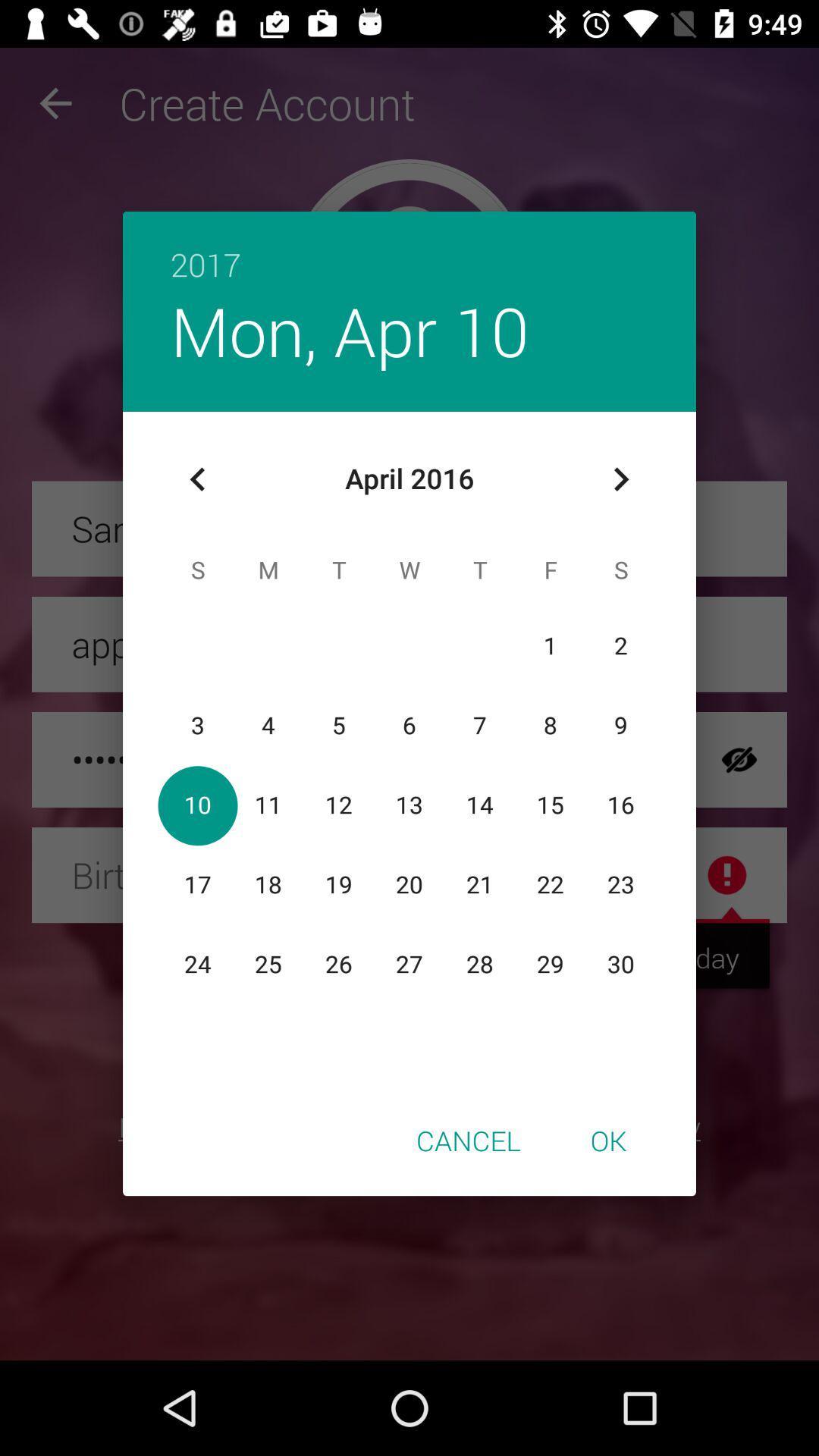 This screenshot has height=1456, width=819. What do you see at coordinates (350, 330) in the screenshot?
I see `mon, apr 10 icon` at bounding box center [350, 330].